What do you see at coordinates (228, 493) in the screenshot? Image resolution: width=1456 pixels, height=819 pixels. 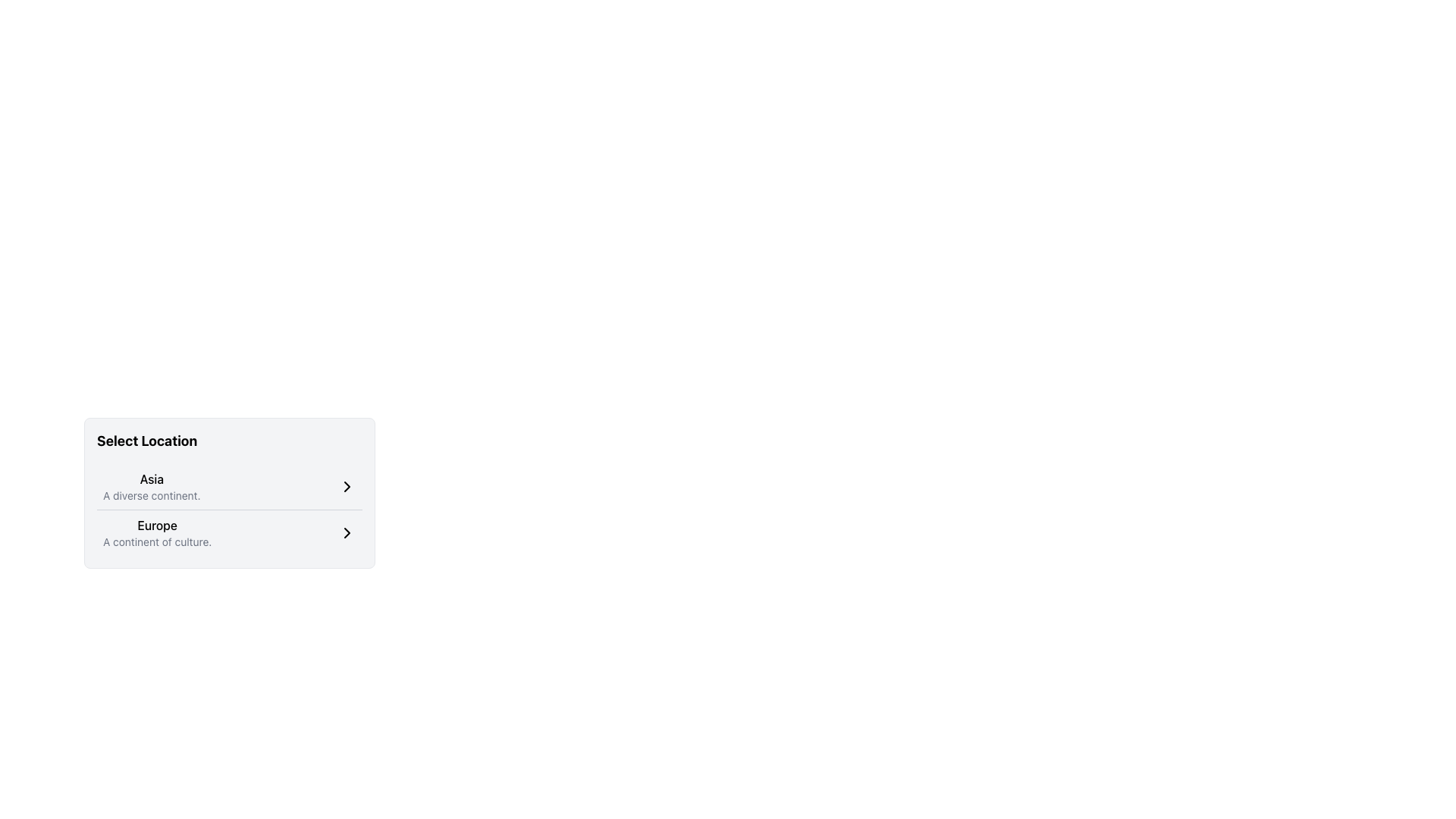 I see `the displayed descriptions on the 'Select Location' card containing selectable items with descriptions and actionable icons, which has a header in bold font and two selectable rows` at bounding box center [228, 493].